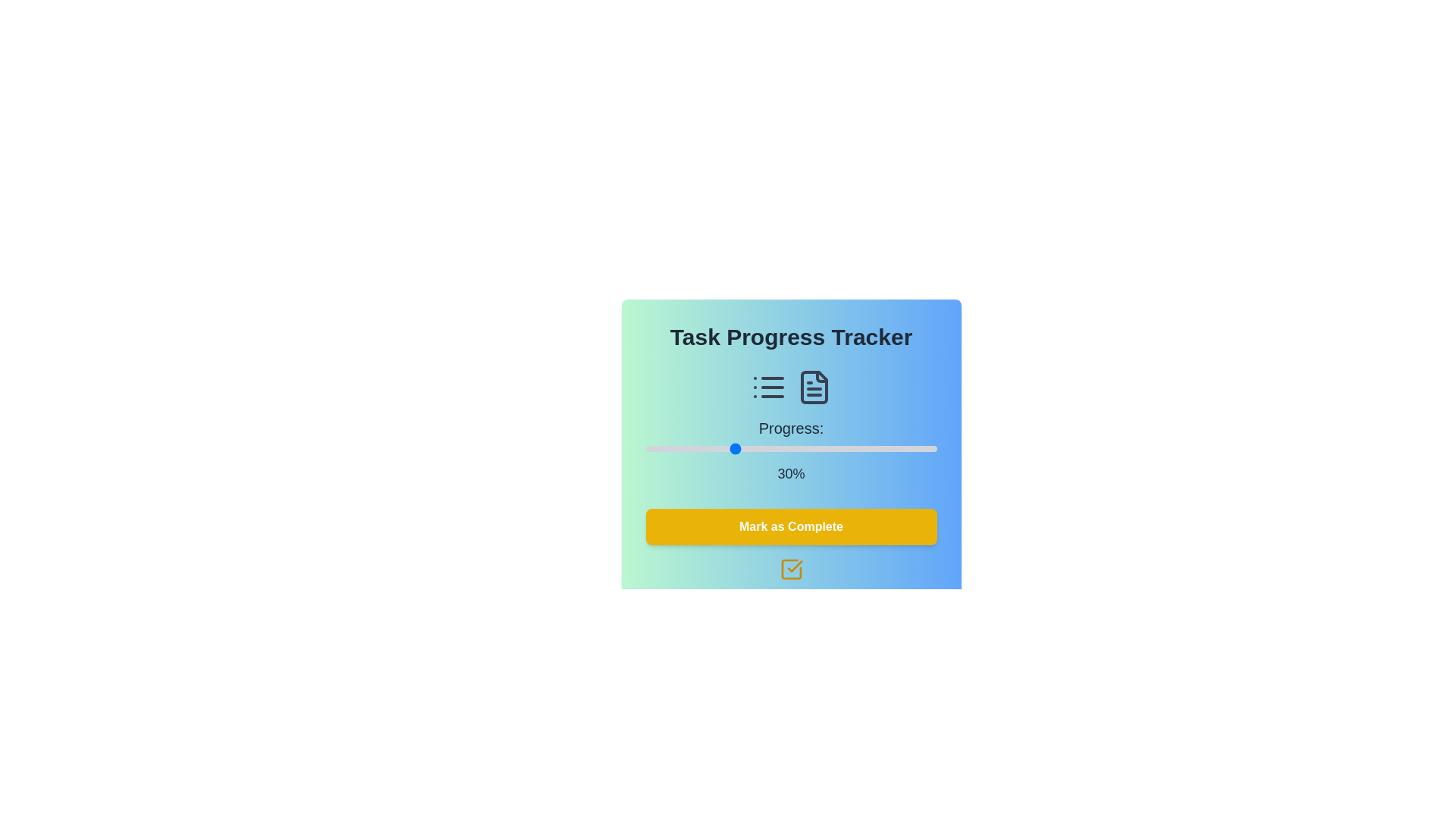 This screenshot has width=1456, height=819. Describe the element at coordinates (884, 447) in the screenshot. I see `the slider to set the progress to 82%` at that location.